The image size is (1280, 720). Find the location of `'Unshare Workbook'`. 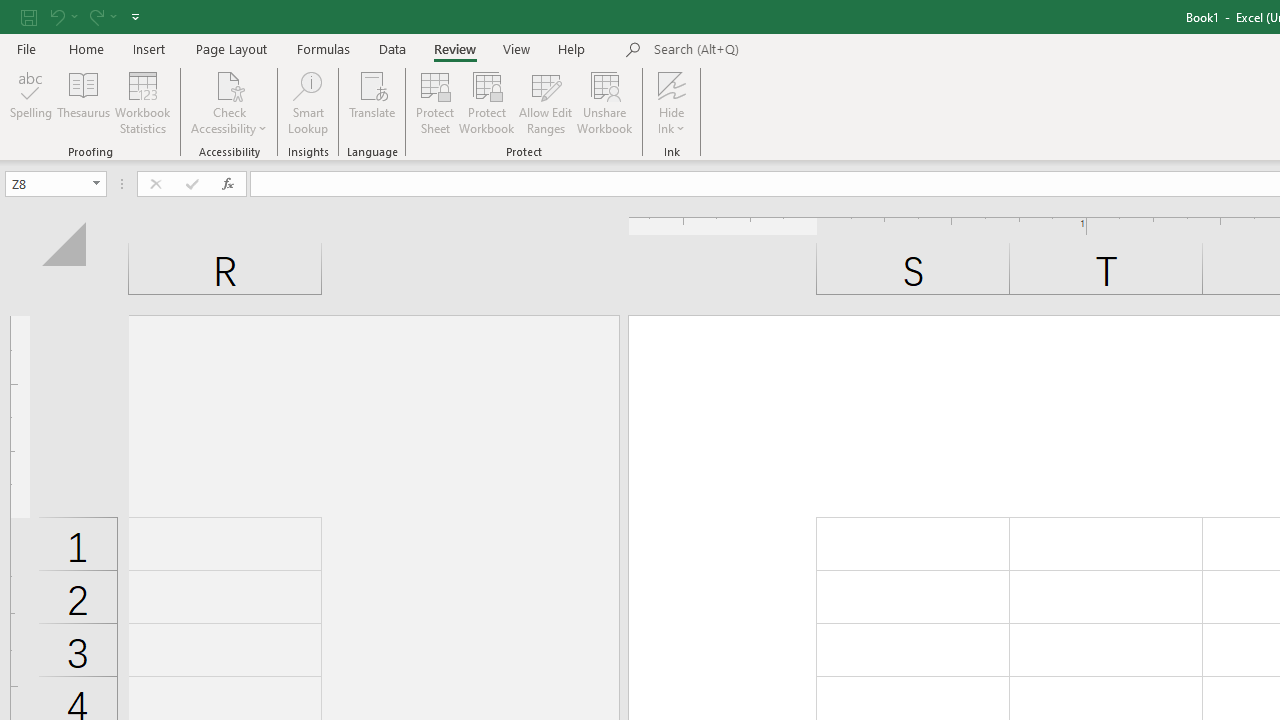

'Unshare Workbook' is located at coordinates (603, 103).